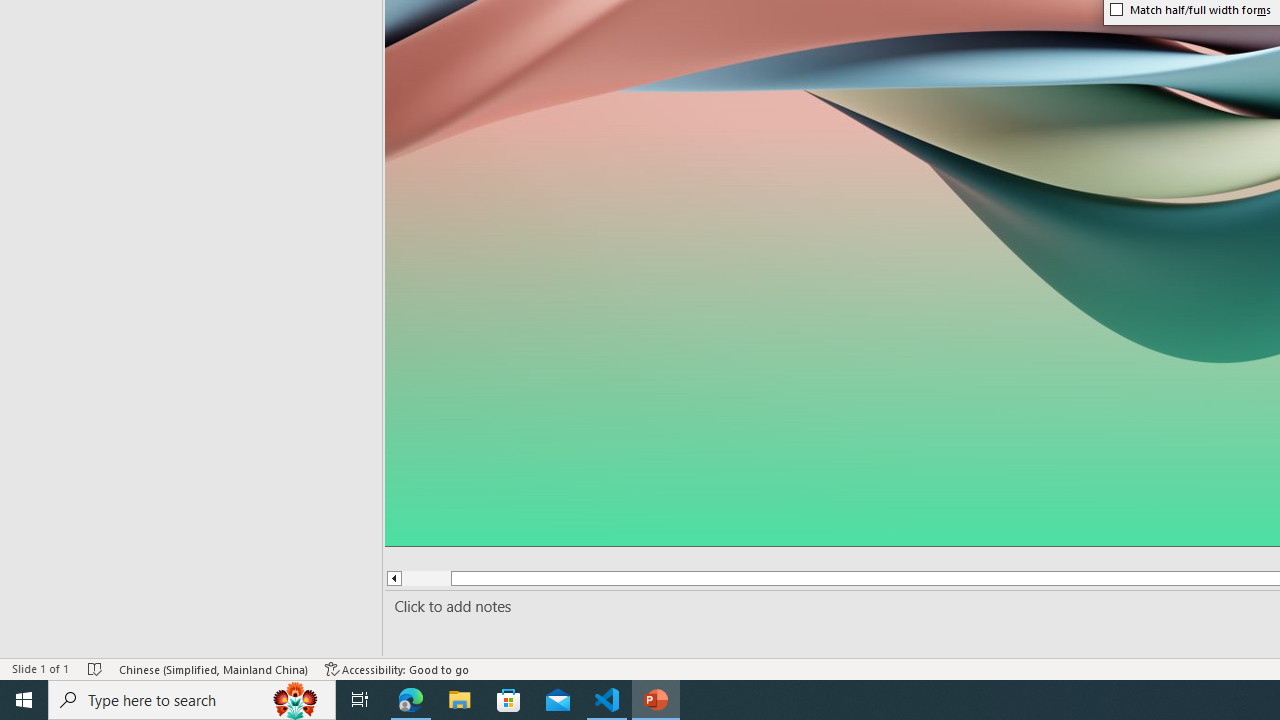 Image resolution: width=1280 pixels, height=720 pixels. I want to click on 'PowerPoint - 1 running window', so click(656, 698).